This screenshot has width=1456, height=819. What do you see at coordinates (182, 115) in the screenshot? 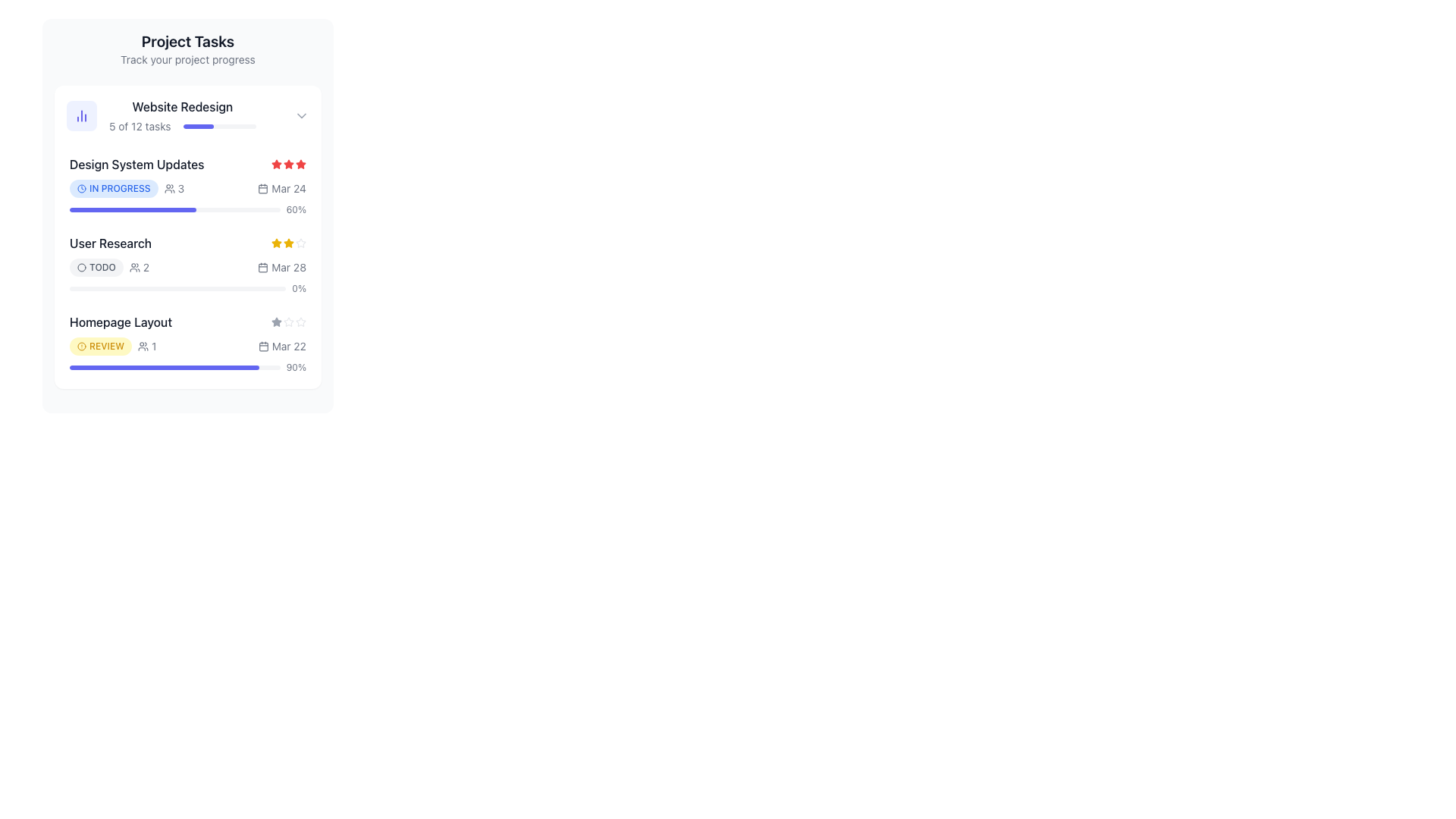
I see `the Compound UI component displaying the heading 'Website Redesign', the description '5 of 12 tasks.', and the progress bar` at bounding box center [182, 115].